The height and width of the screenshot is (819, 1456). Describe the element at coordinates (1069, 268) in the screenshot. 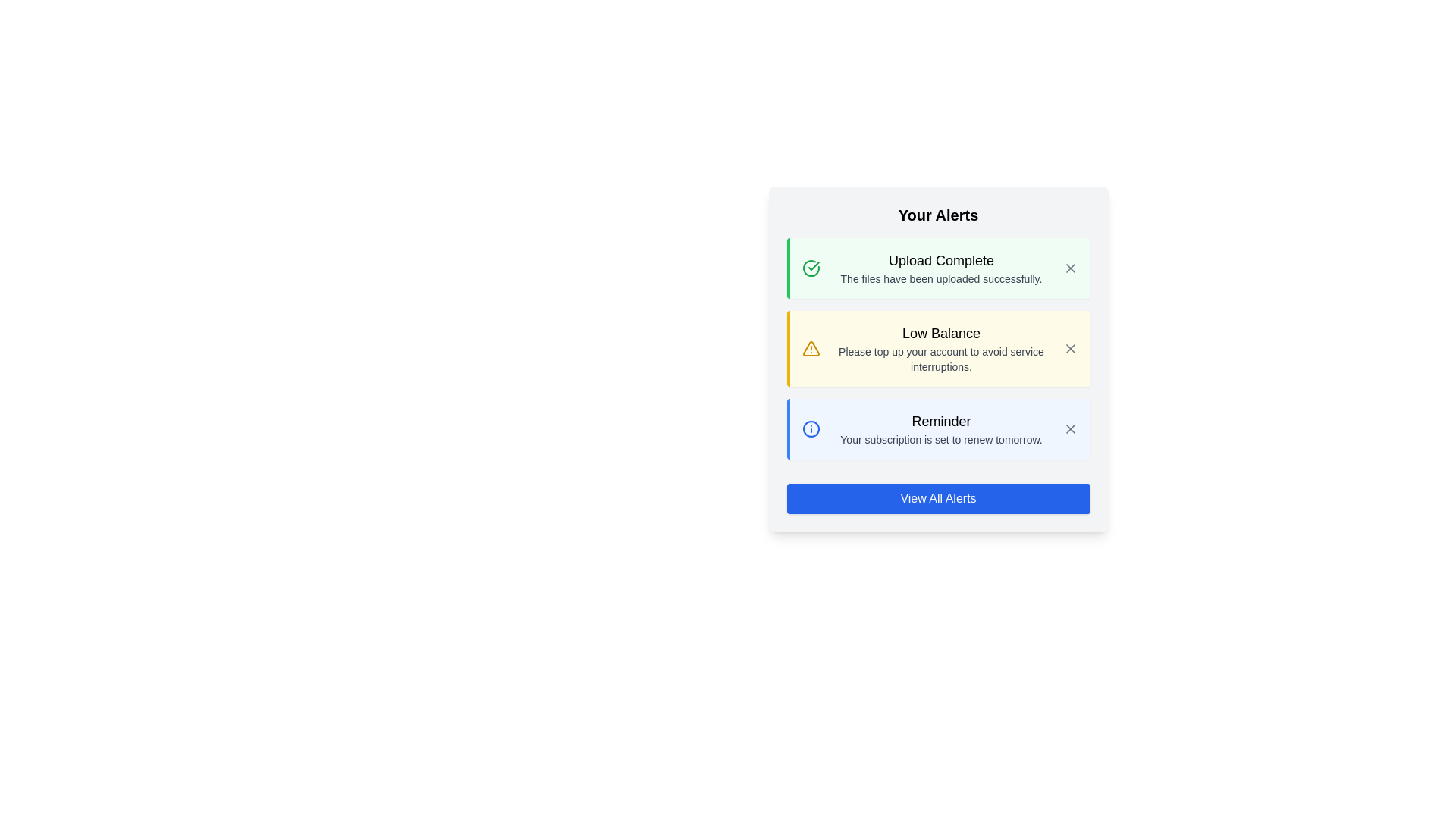

I see `the close button of the 'Upload Complete' notification to change its color indicating interactivity` at that location.